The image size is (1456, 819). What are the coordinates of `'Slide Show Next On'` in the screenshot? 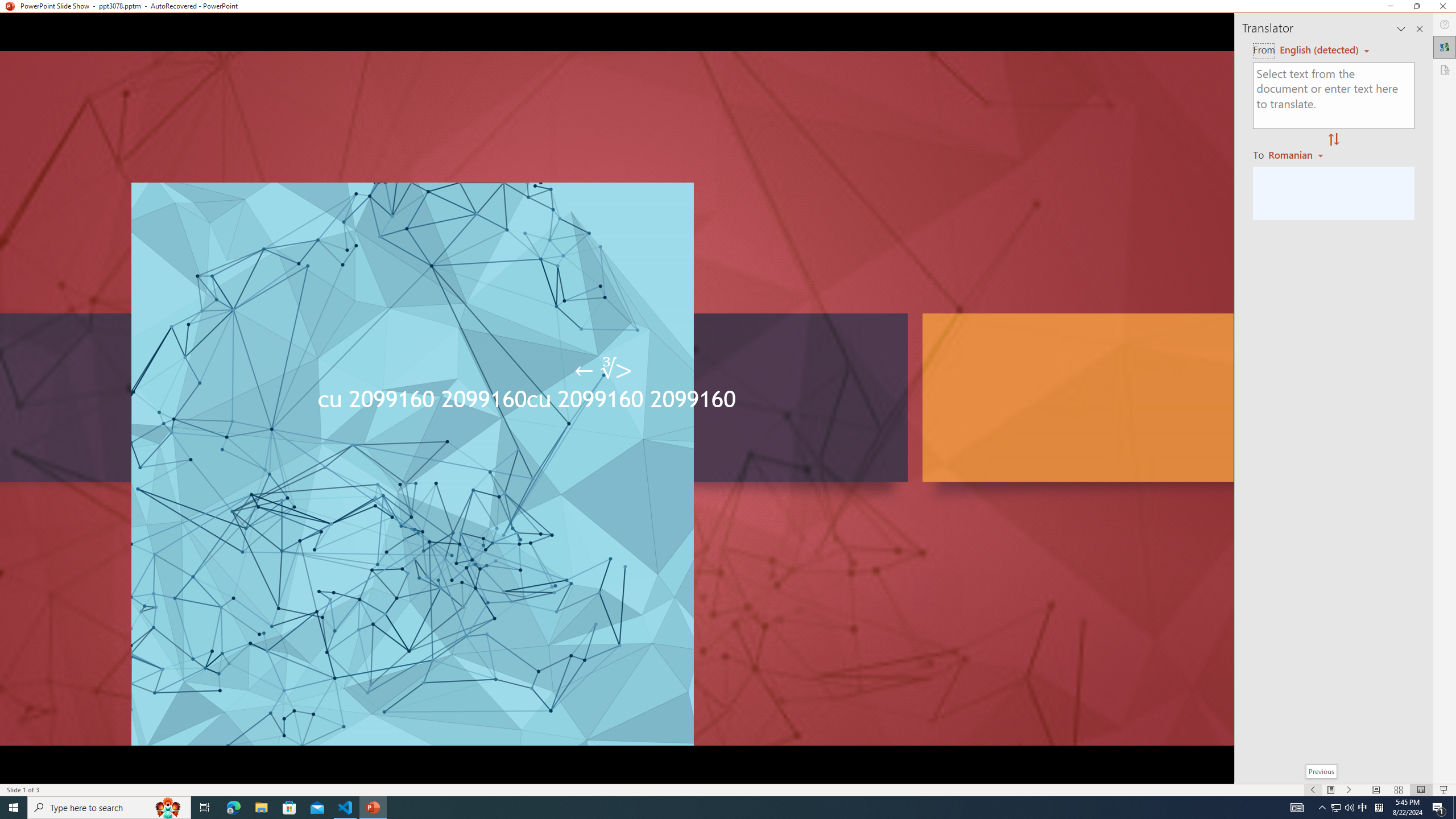 It's located at (1349, 790).